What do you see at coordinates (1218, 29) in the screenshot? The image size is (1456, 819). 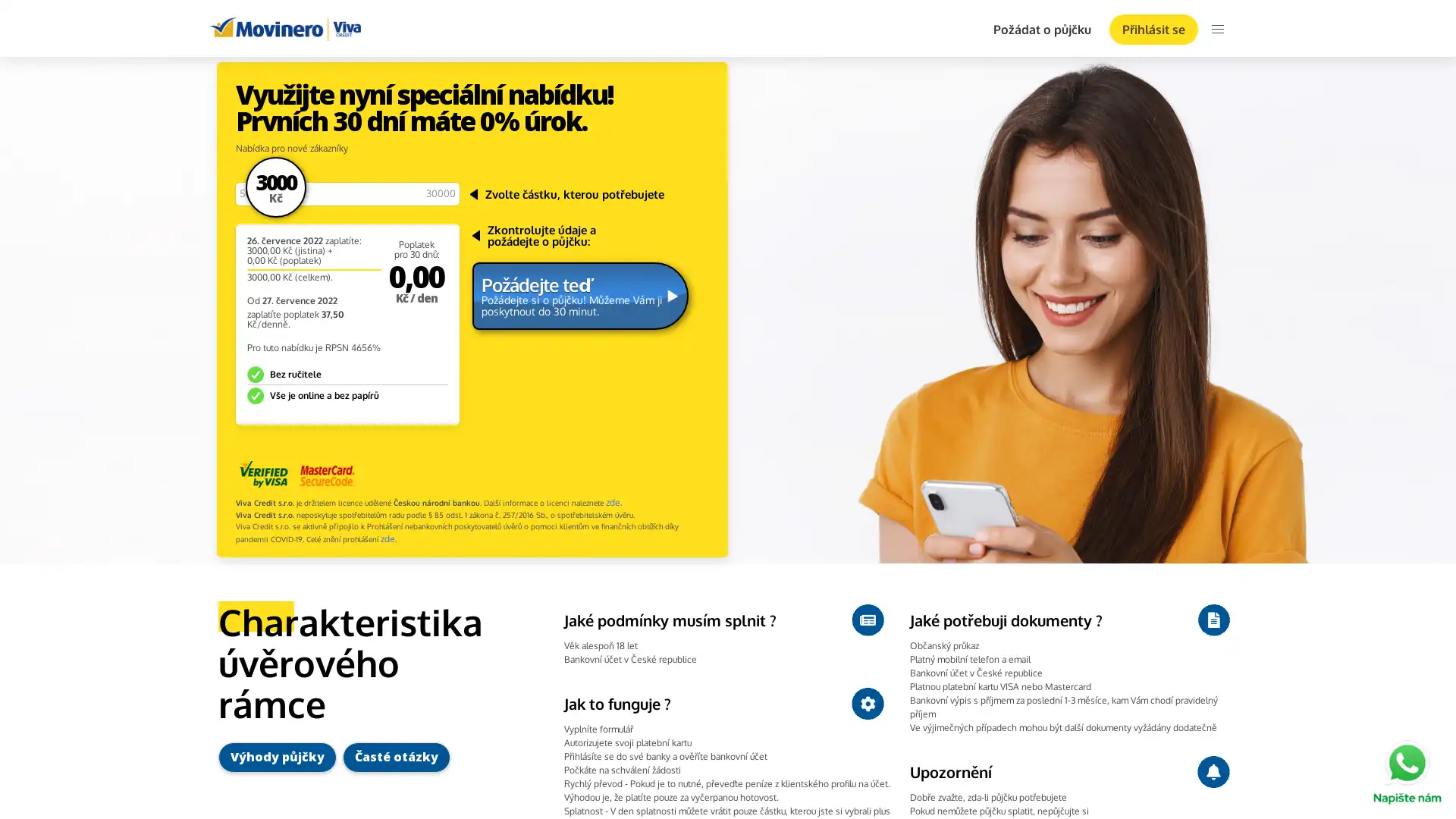 I see `menu` at bounding box center [1218, 29].